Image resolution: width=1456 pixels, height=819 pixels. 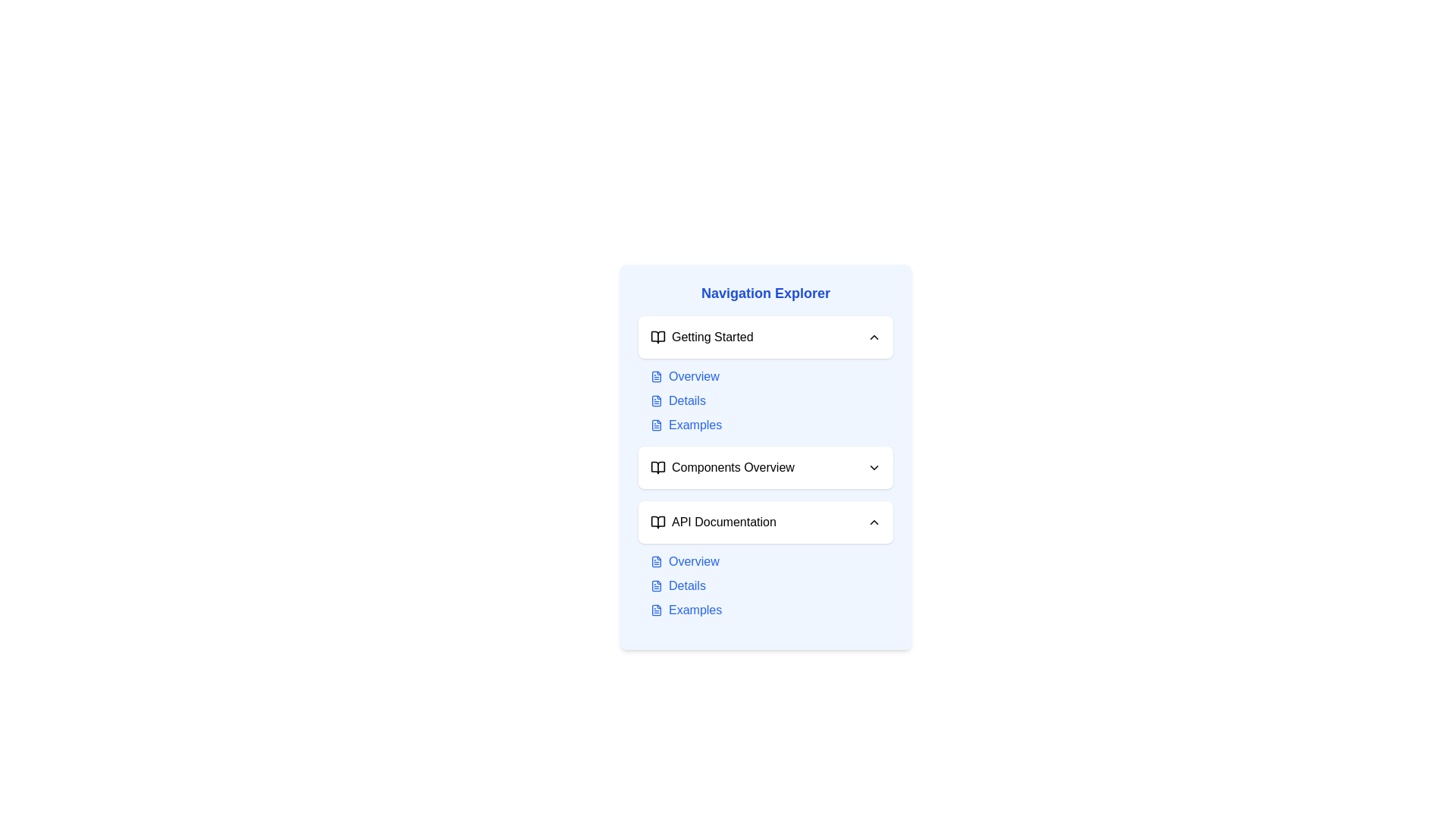 I want to click on the small vector graphic icon resembling a file document, located in the 'Examples' section of the navigation sidebar, so click(x=656, y=425).